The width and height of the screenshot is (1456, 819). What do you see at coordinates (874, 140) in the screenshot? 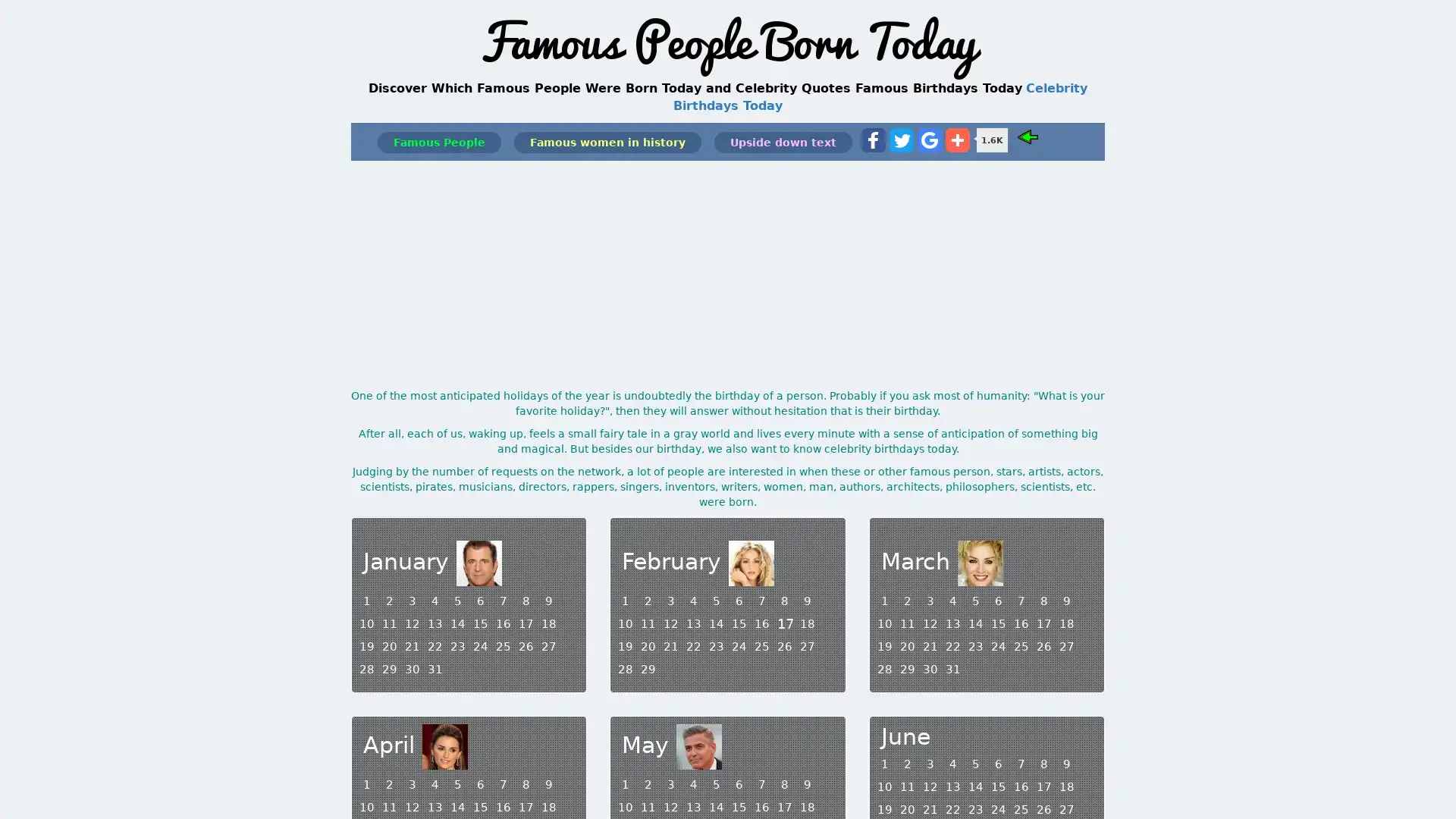
I see `Share to Facebook` at bounding box center [874, 140].